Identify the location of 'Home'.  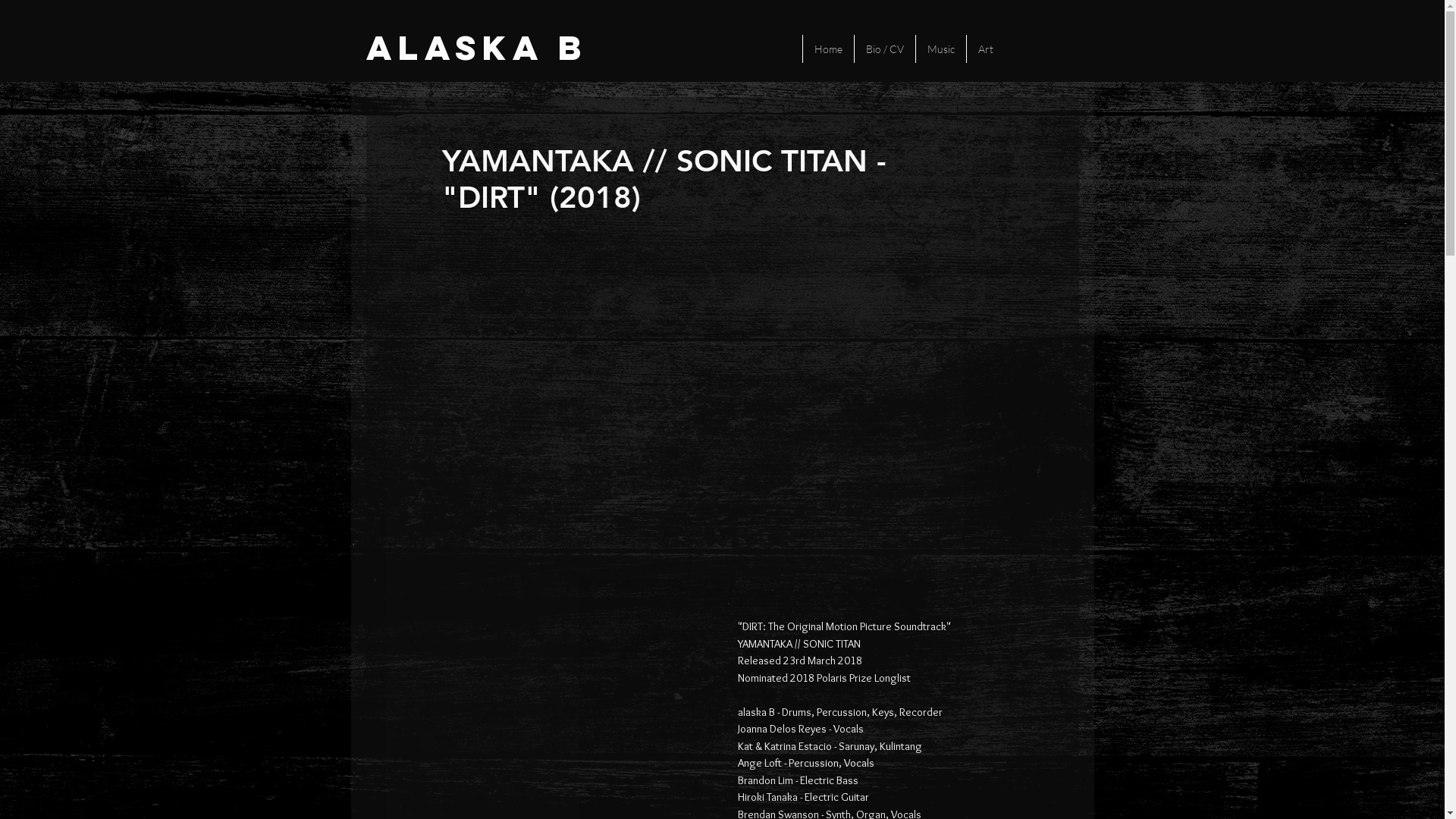
(801, 48).